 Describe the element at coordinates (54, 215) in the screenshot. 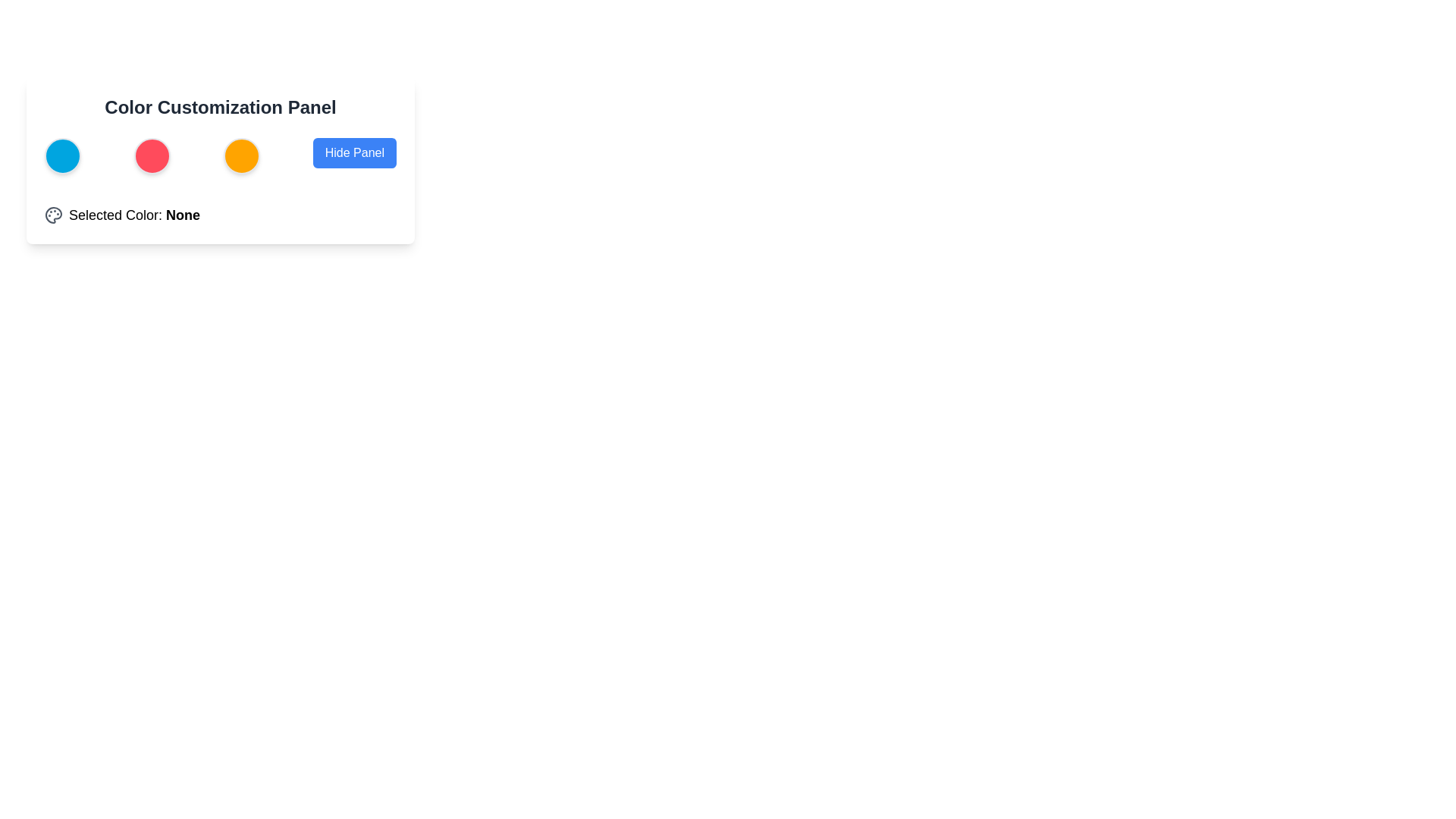

I see `the color palette icon located at the leftmost side of the 'Selected Color' label in the Color Customization Panel` at that location.